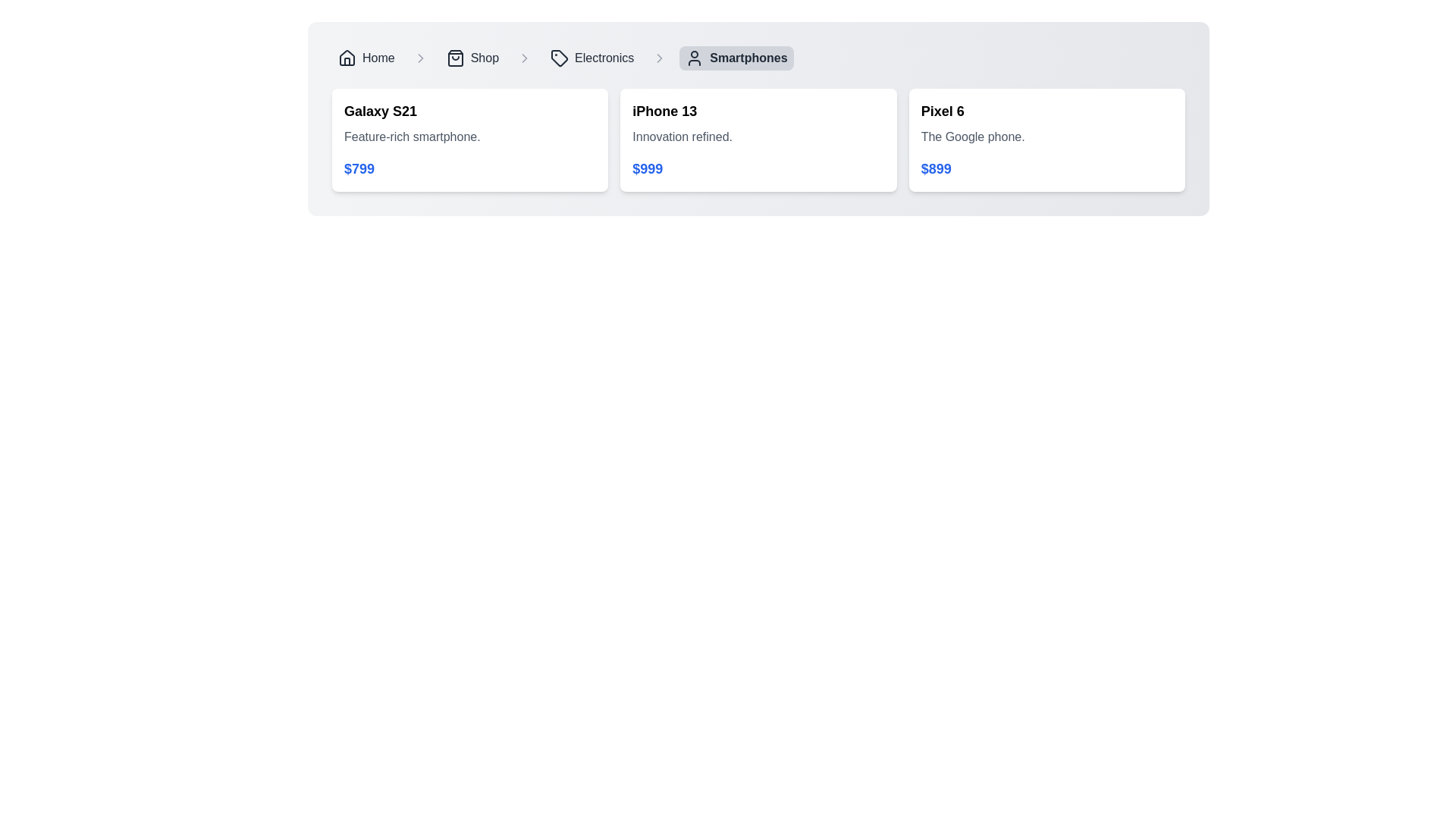  What do you see at coordinates (591, 58) in the screenshot?
I see `the third breadcrumb link labeled 'Electronics' in the navigation bar` at bounding box center [591, 58].